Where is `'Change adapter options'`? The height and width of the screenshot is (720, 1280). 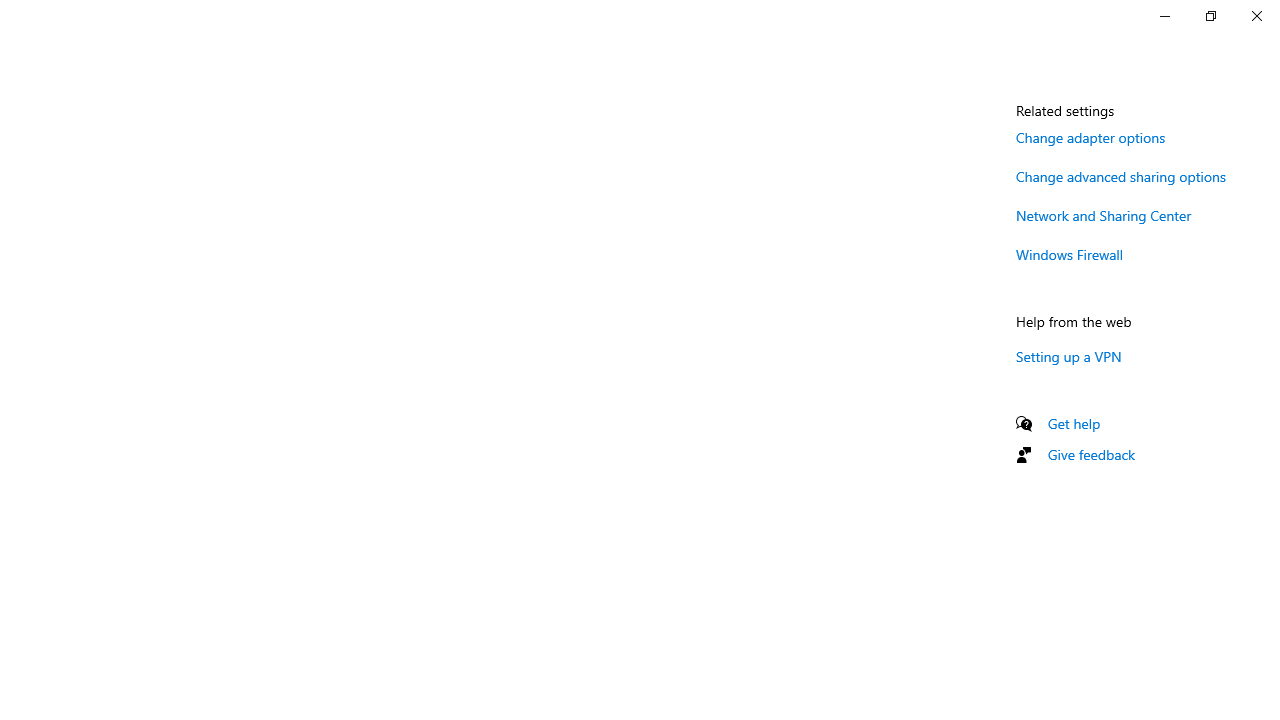 'Change adapter options' is located at coordinates (1090, 136).